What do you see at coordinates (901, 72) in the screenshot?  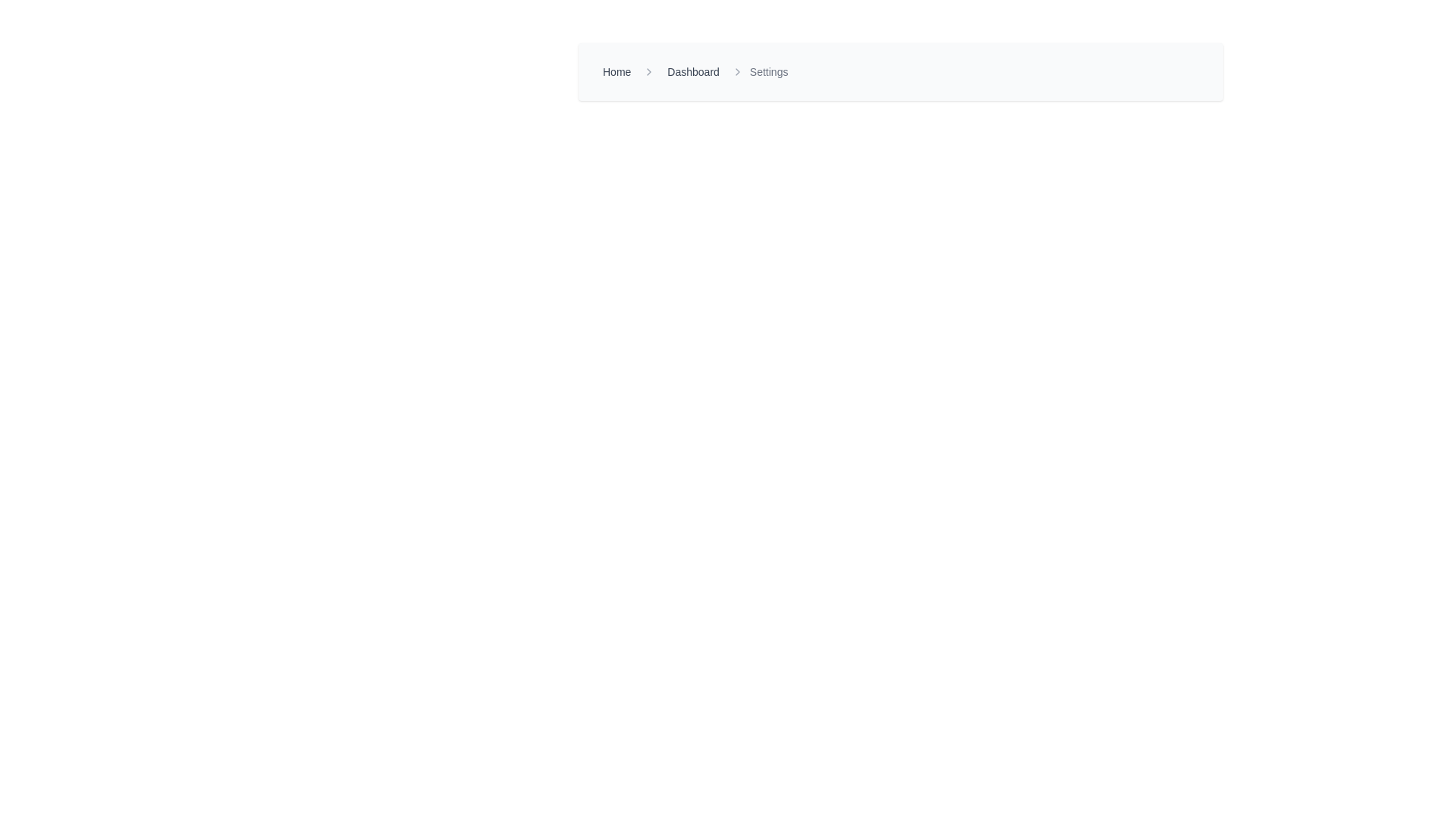 I see `the breadcrumb navigation component containing 'Home', 'Dashboard', and 'Settings'` at bounding box center [901, 72].